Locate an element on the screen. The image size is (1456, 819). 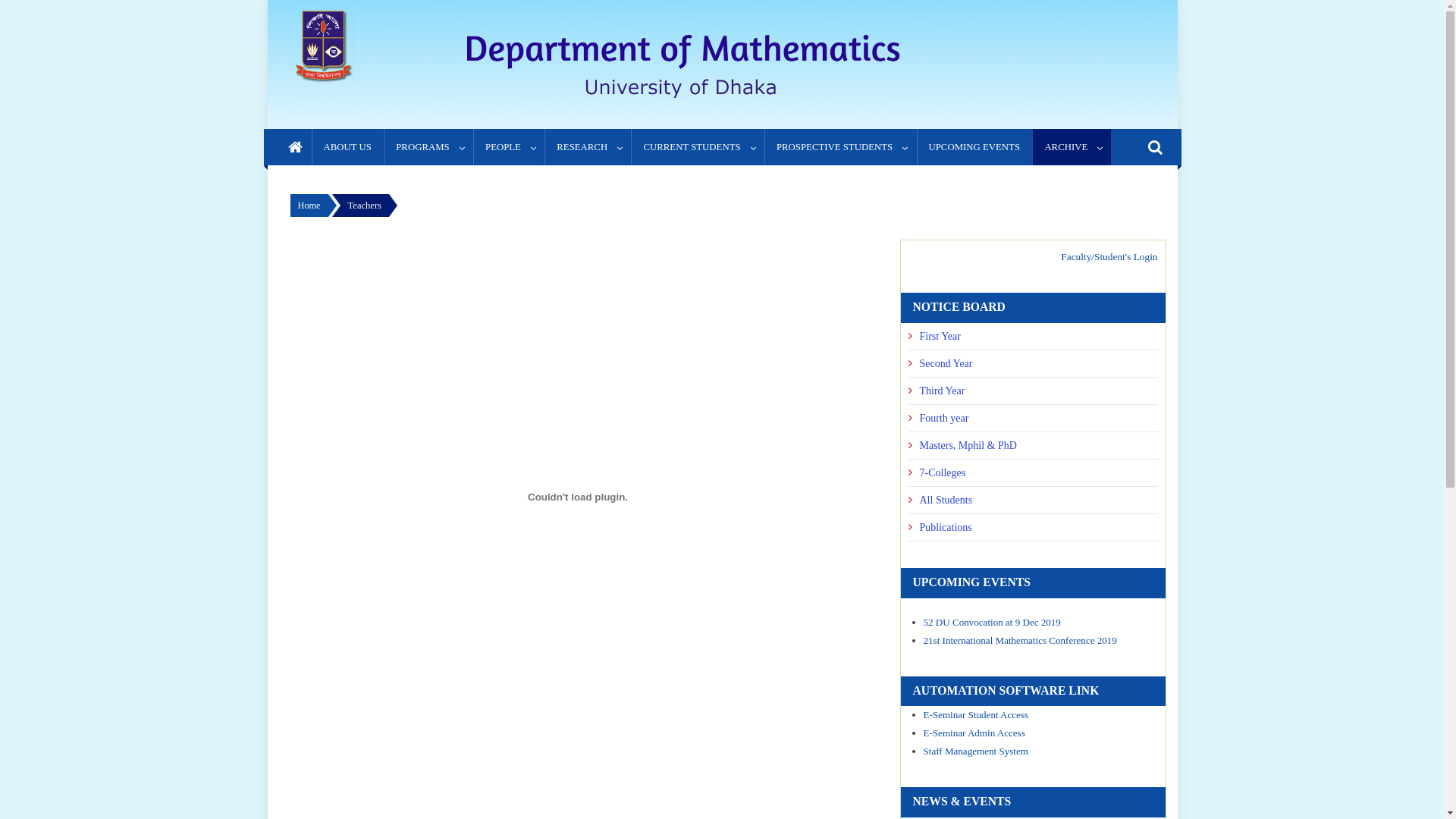
'21st International Mathematics Conference 2019' is located at coordinates (1020, 640).